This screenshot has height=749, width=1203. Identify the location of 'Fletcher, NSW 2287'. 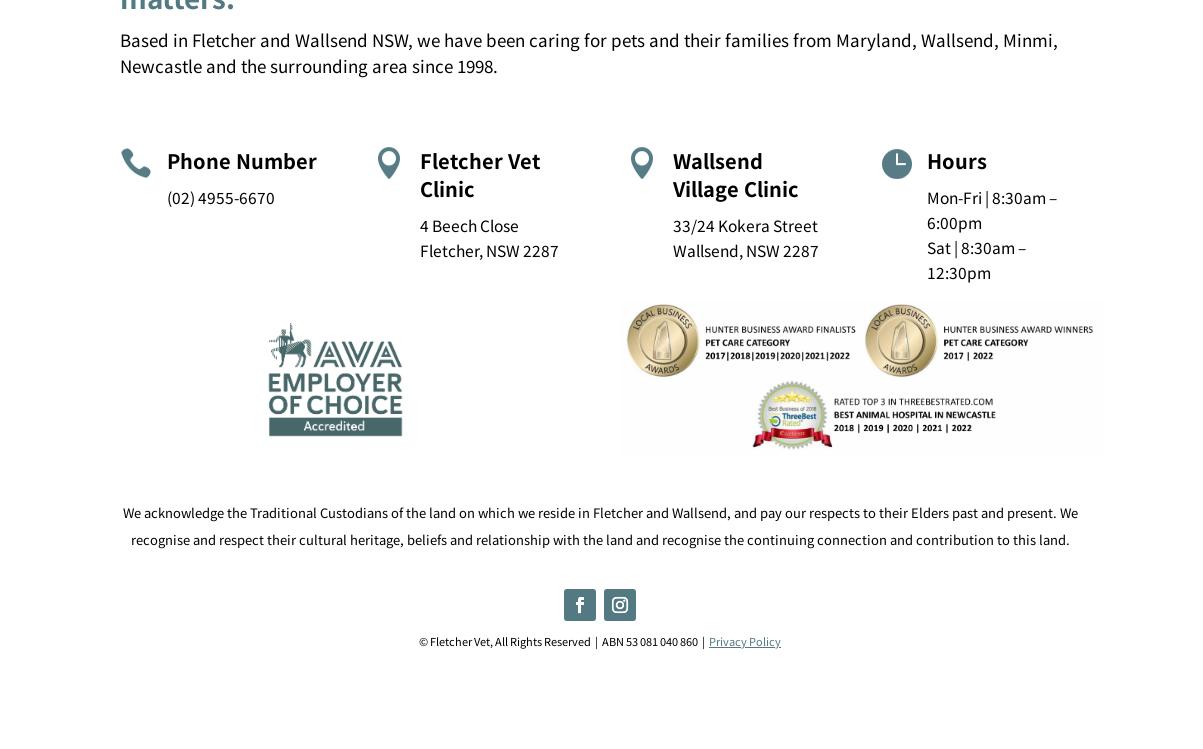
(489, 248).